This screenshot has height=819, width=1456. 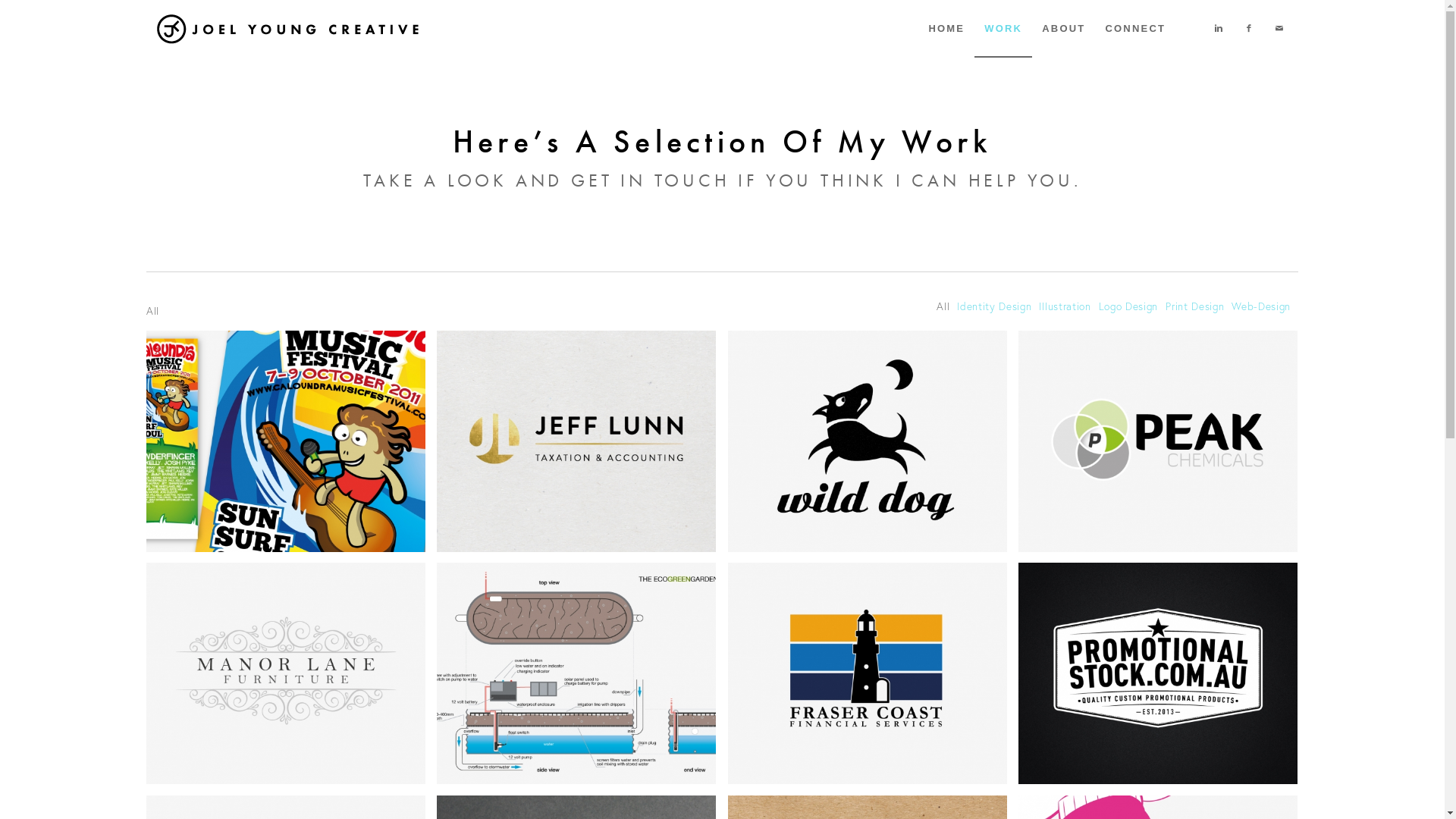 I want to click on 'WORK', so click(x=1003, y=29).